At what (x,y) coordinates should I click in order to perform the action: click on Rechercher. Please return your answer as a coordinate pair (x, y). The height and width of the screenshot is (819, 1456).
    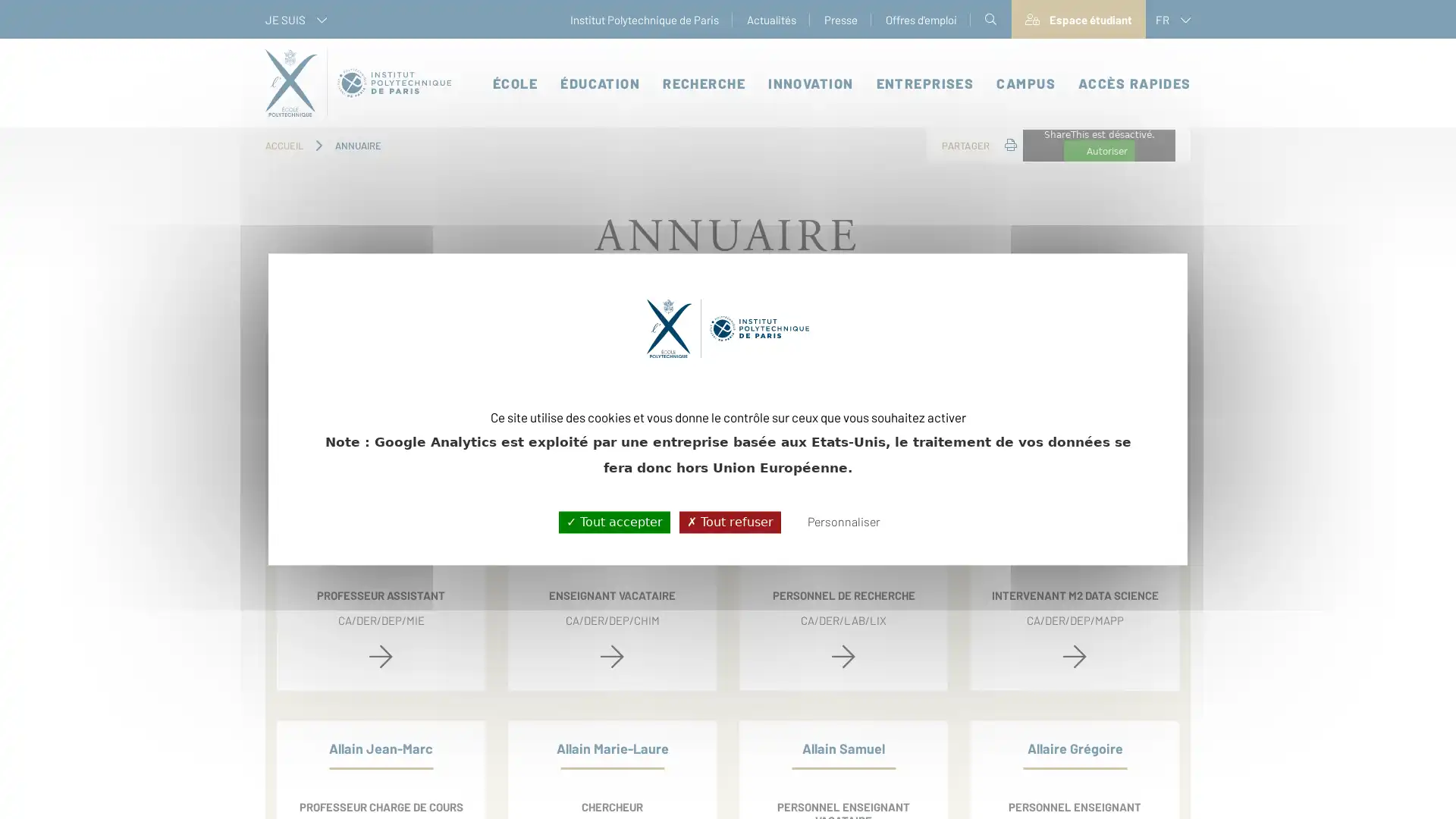
    Looking at the image, I should click on (1007, 426).